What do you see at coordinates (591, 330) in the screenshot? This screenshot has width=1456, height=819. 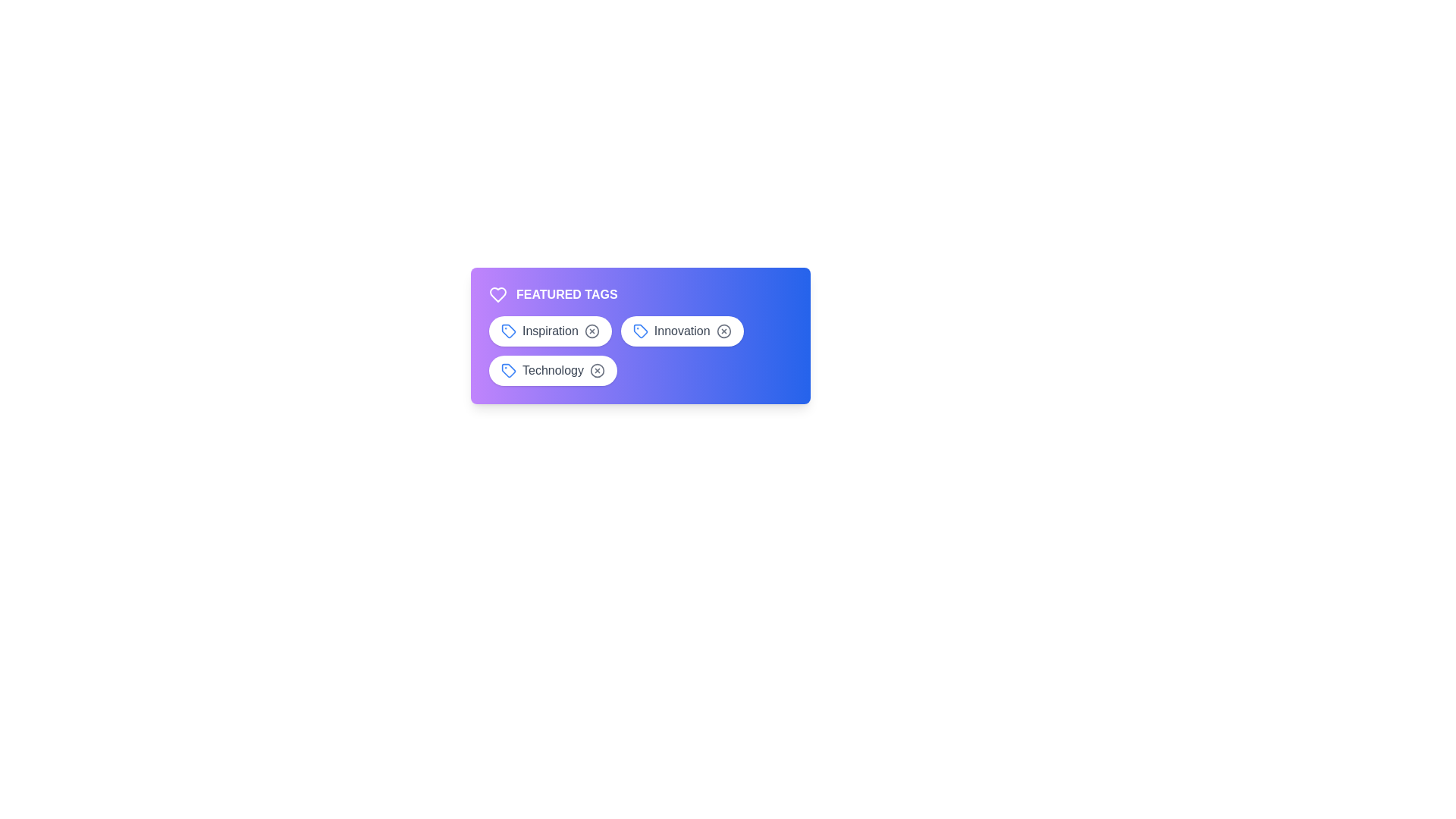 I see `the Close button/icon next to the 'Inspiration' tag in the 'Featured Tags' section` at bounding box center [591, 330].